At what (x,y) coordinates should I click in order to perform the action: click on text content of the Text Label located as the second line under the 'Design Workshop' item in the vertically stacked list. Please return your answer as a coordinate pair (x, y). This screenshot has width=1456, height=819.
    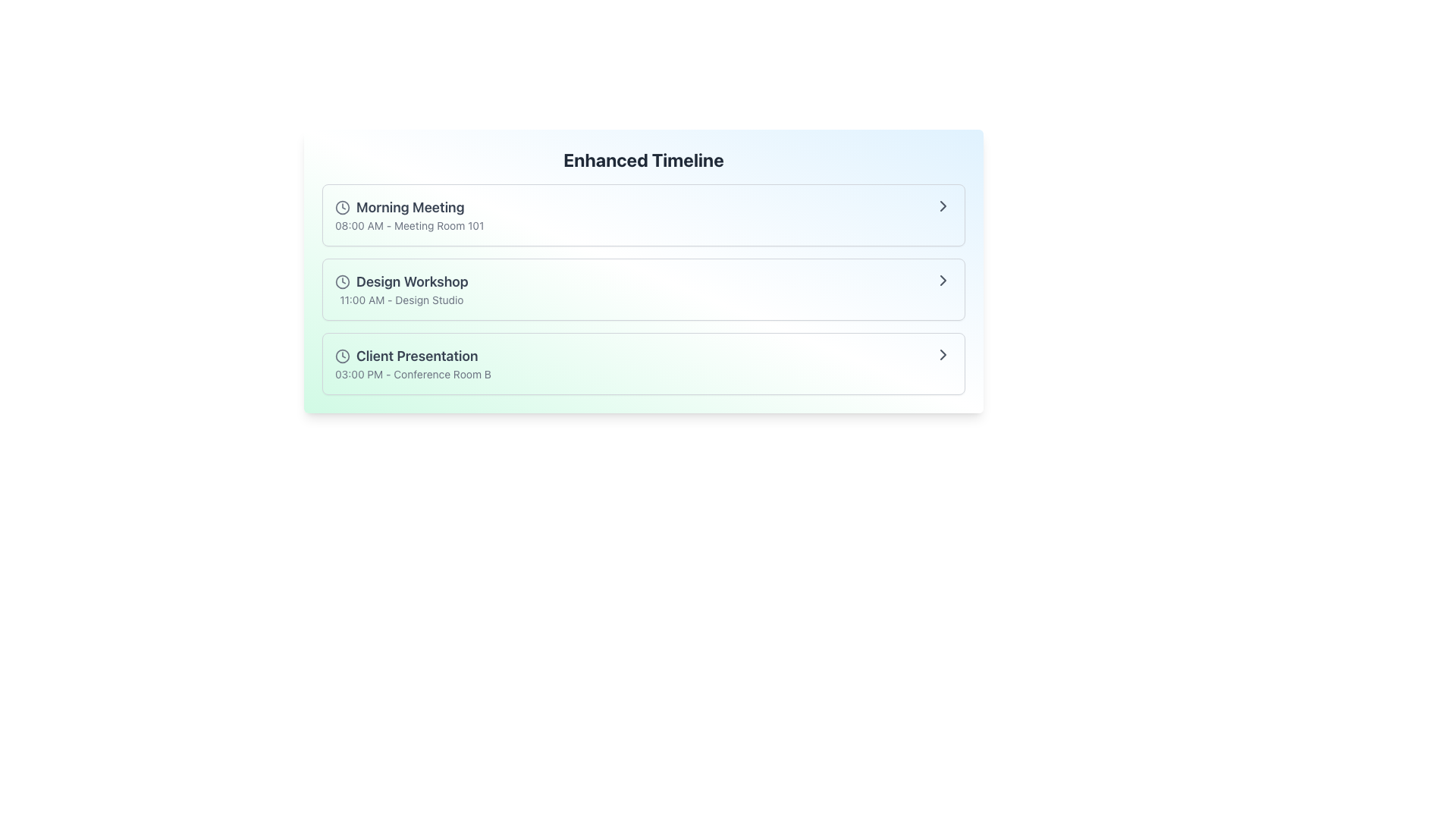
    Looking at the image, I should click on (401, 300).